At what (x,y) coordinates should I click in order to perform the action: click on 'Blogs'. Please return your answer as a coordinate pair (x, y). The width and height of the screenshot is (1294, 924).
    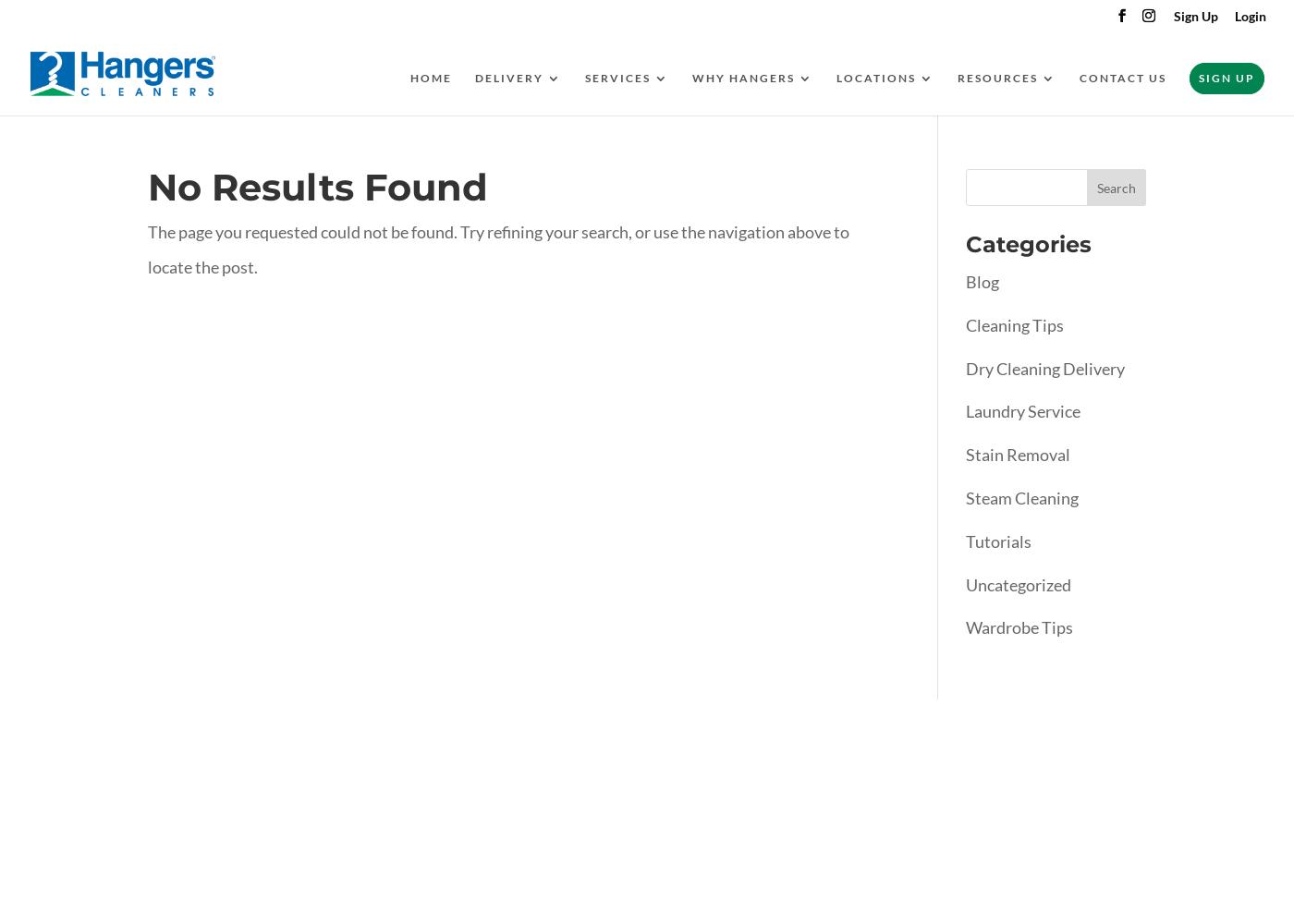
    Looking at the image, I should click on (1017, 154).